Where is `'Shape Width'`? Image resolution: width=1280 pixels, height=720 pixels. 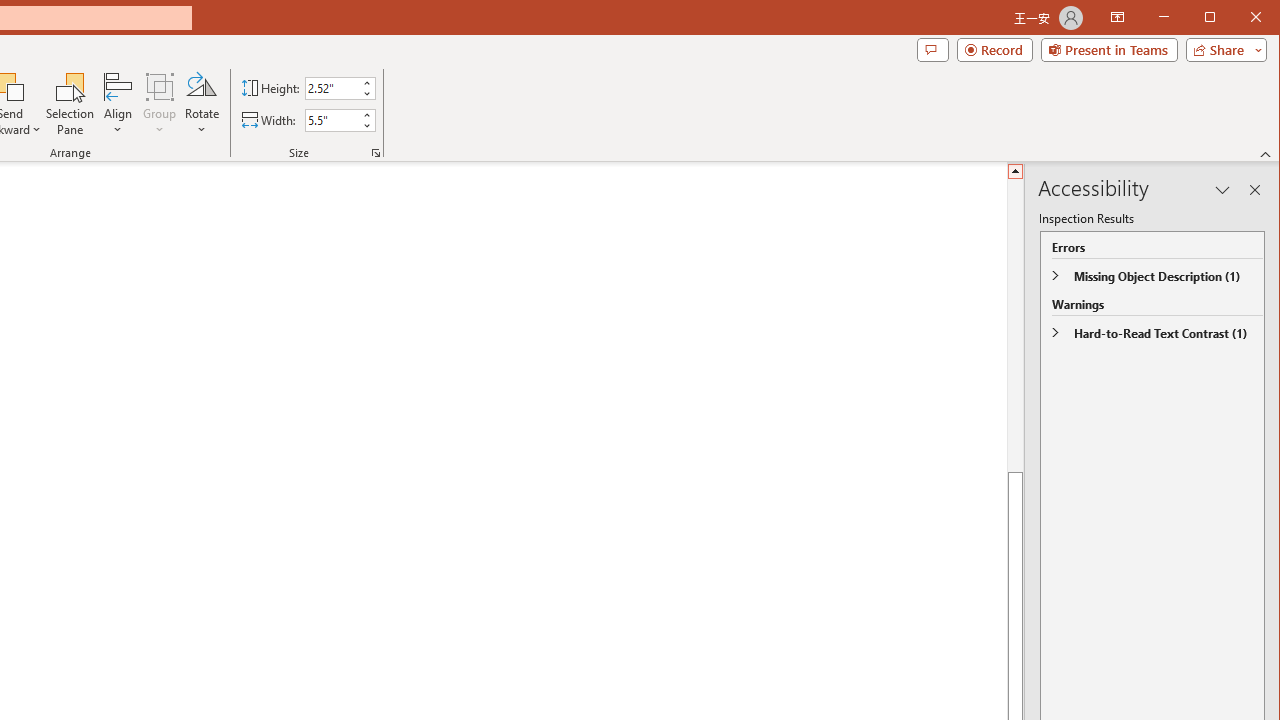
'Shape Width' is located at coordinates (332, 120).